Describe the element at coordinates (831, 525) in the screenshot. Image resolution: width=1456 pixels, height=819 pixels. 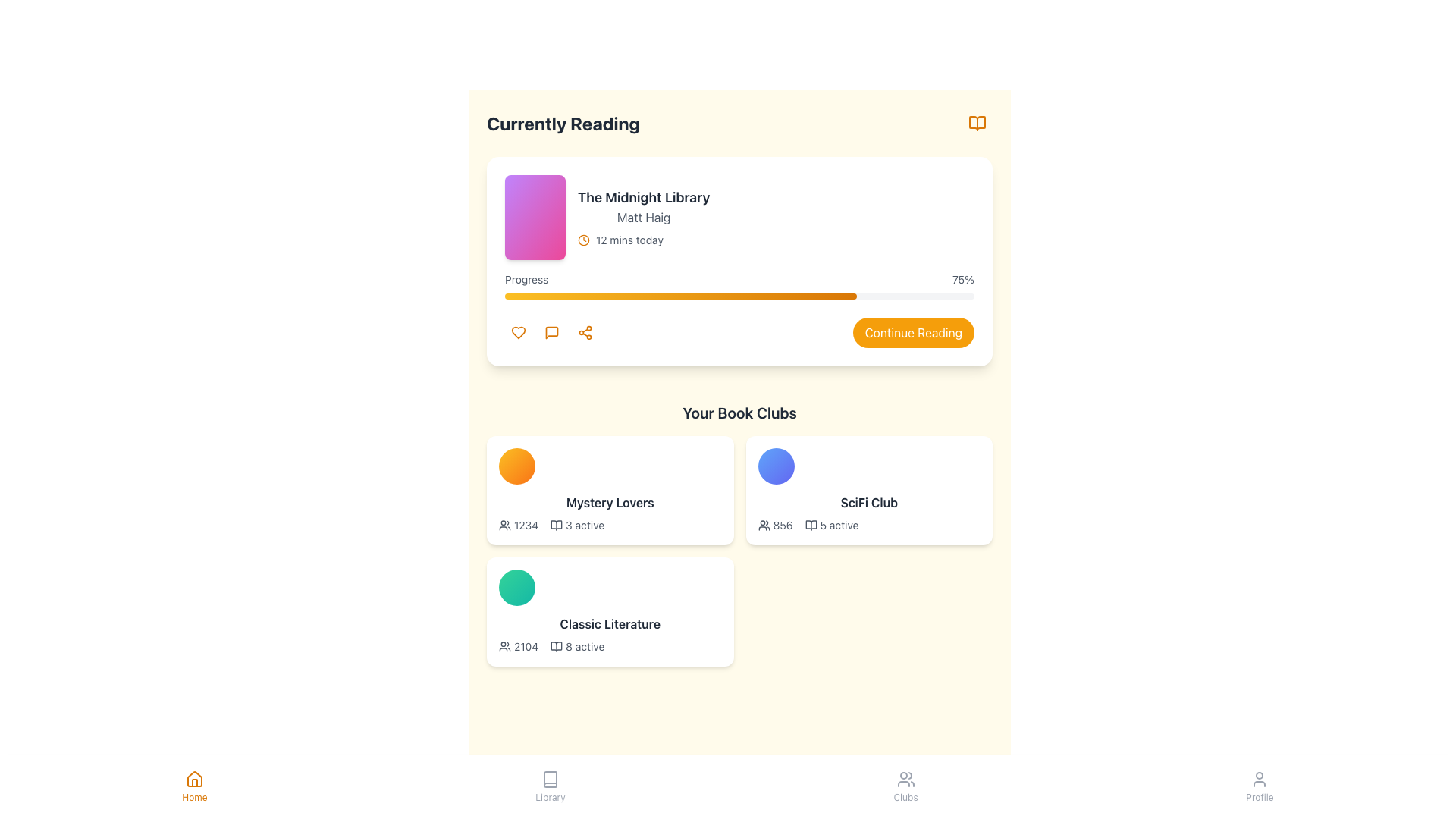
I see `the Informational Label displaying '5 active' within the 'SciFi Club' card in the 'Your Book Clubs' section` at that location.